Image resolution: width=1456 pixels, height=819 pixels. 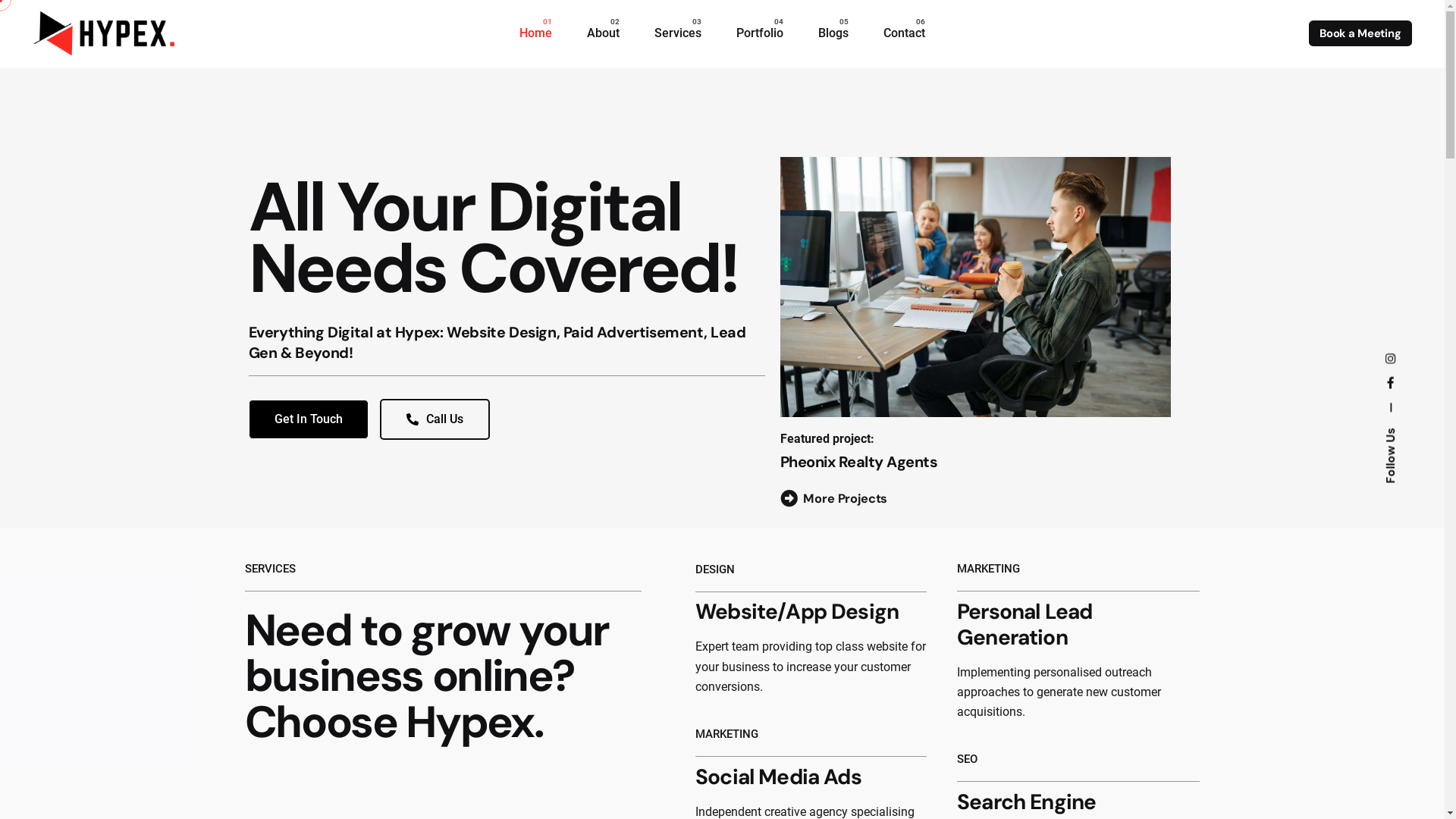 What do you see at coordinates (1024, 624) in the screenshot?
I see `'Personal Lead Generation'` at bounding box center [1024, 624].